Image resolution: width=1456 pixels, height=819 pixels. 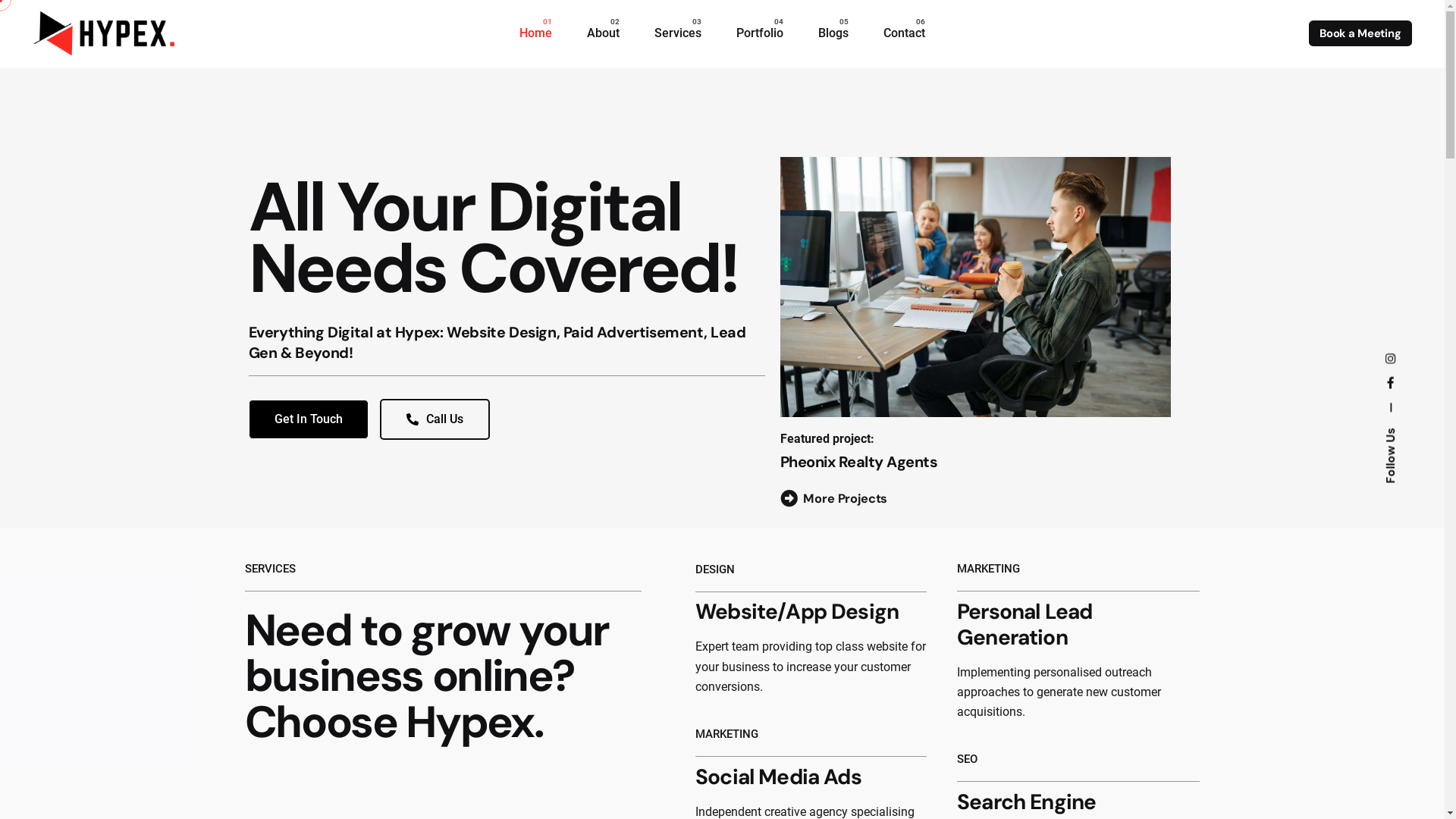 What do you see at coordinates (1024, 624) in the screenshot?
I see `'Personal Lead Generation'` at bounding box center [1024, 624].